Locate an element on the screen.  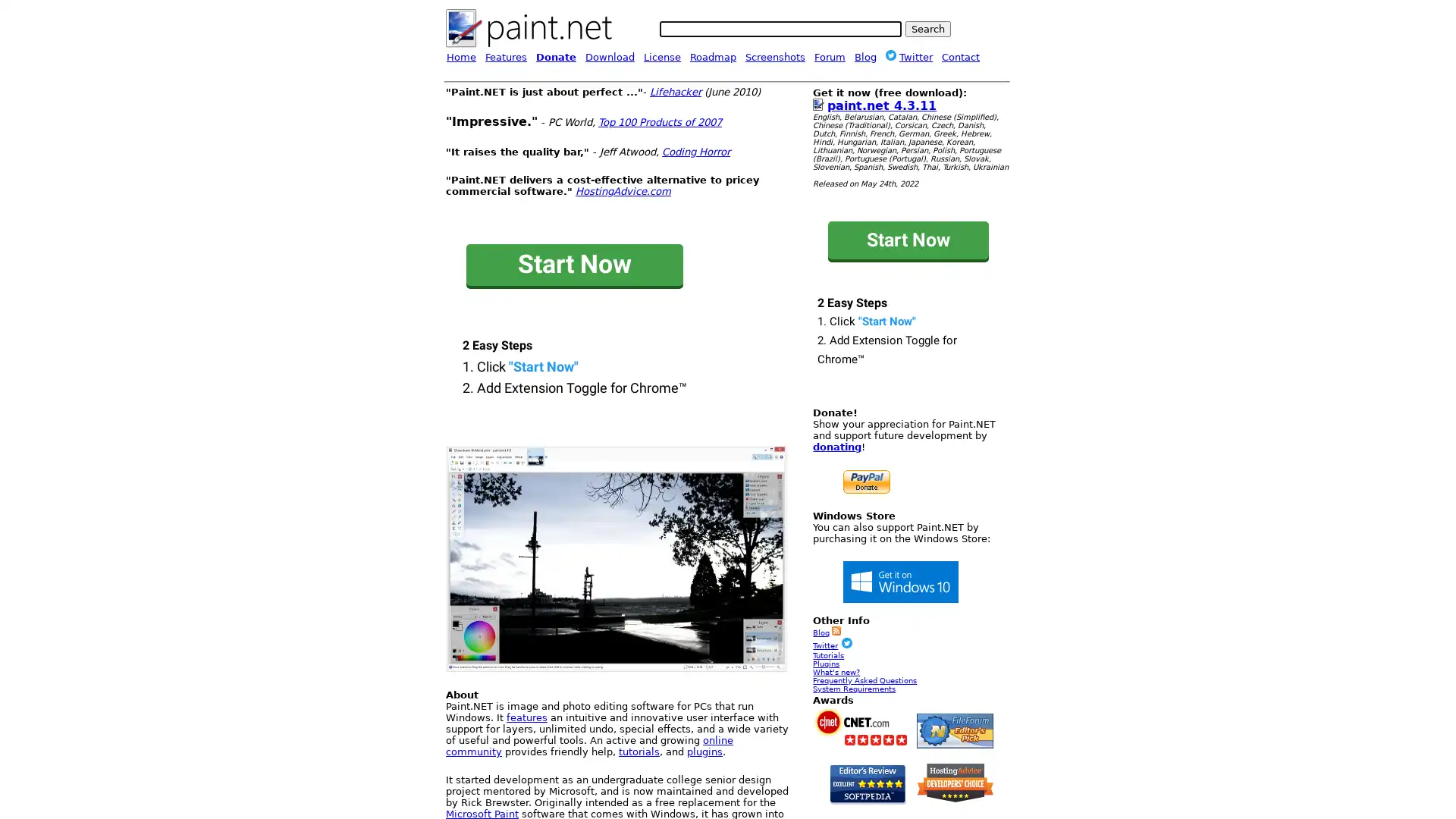
Search is located at coordinates (927, 29).